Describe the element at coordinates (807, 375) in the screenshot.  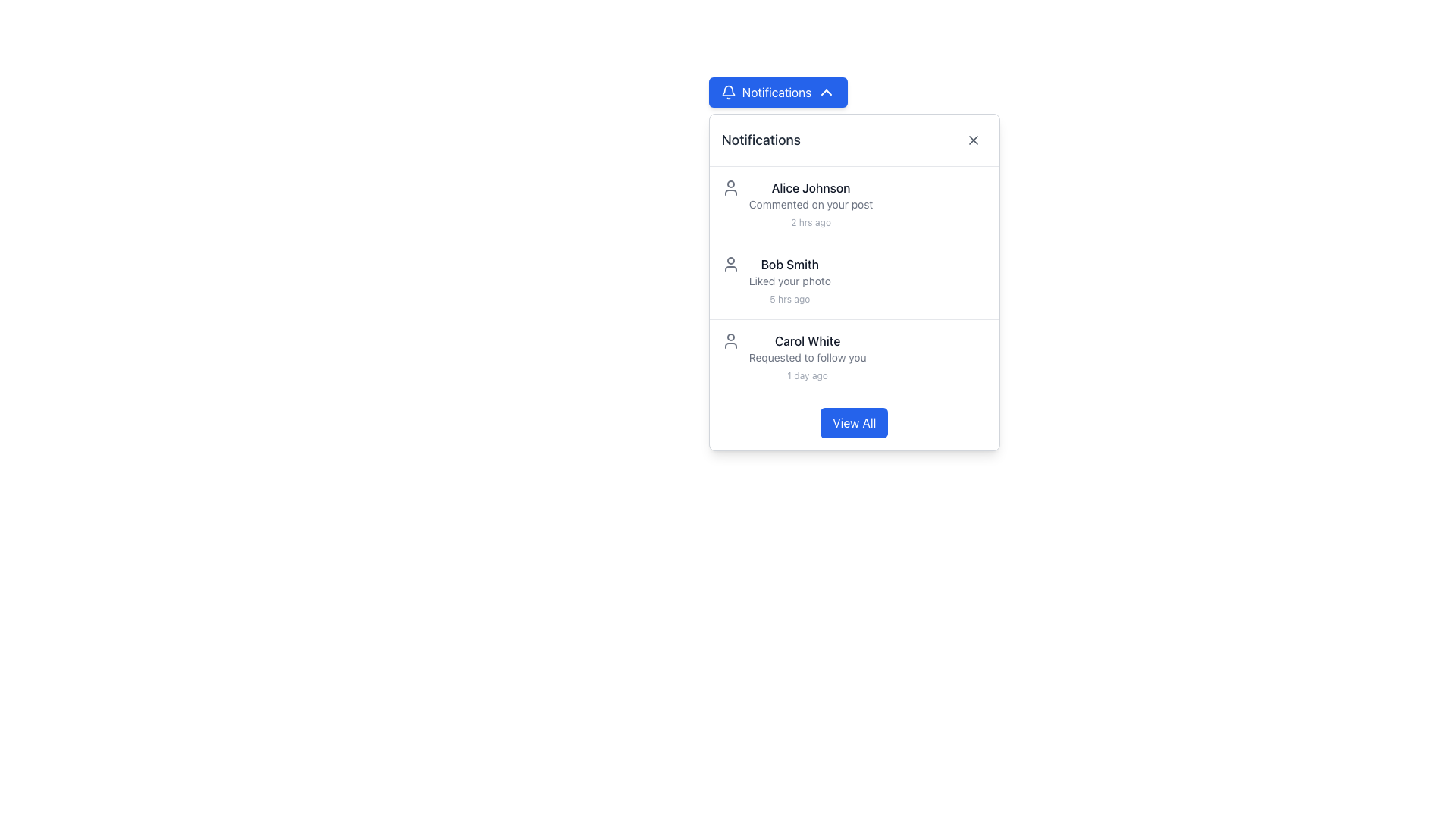
I see `the text label displaying '1 day ago', which is located at the bottom-right side of a notification entry, indicating a timestamp` at that location.